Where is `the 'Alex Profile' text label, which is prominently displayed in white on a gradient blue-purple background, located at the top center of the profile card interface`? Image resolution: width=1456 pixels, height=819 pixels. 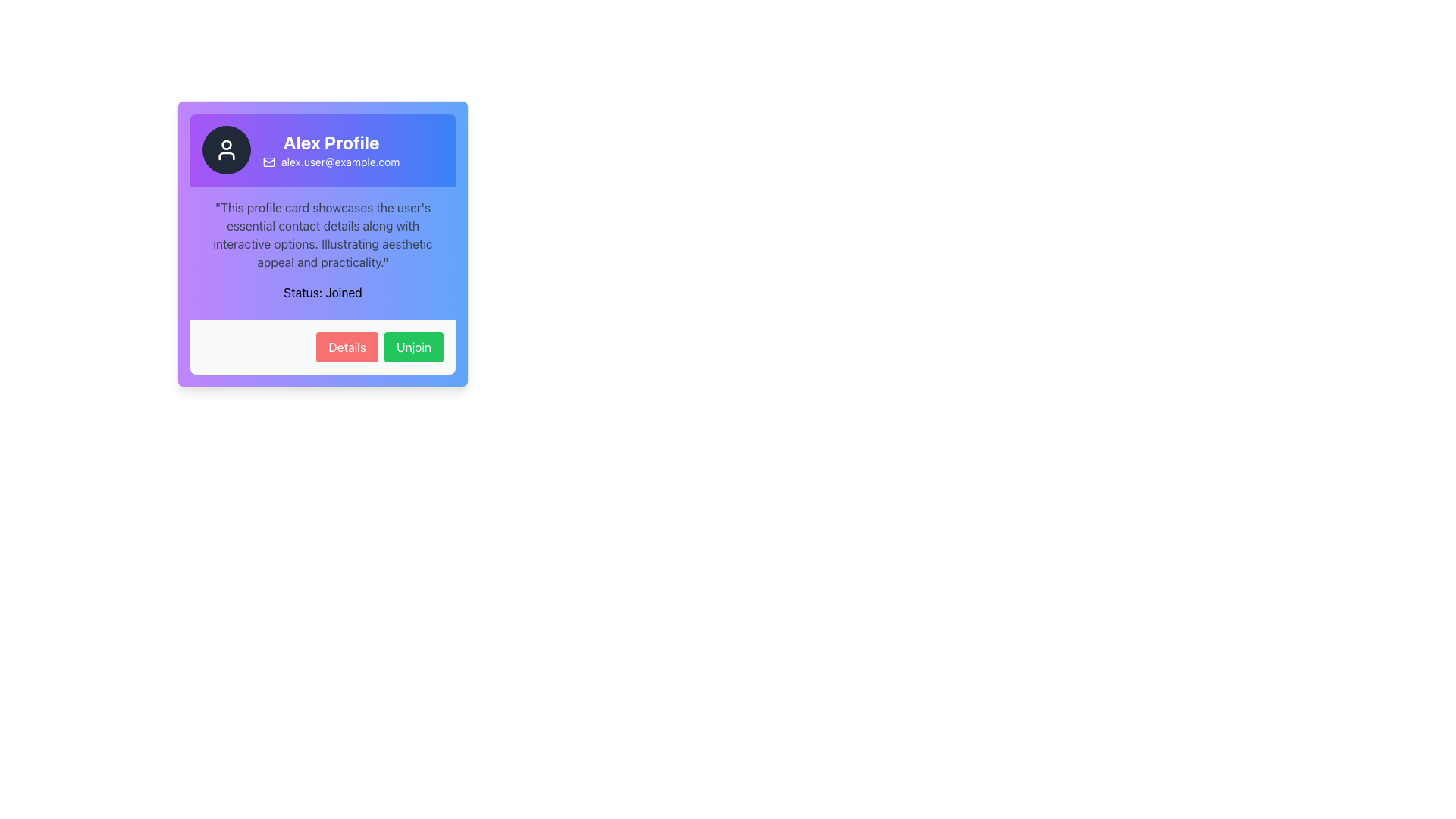 the 'Alex Profile' text label, which is prominently displayed in white on a gradient blue-purple background, located at the top center of the profile card interface is located at coordinates (331, 143).